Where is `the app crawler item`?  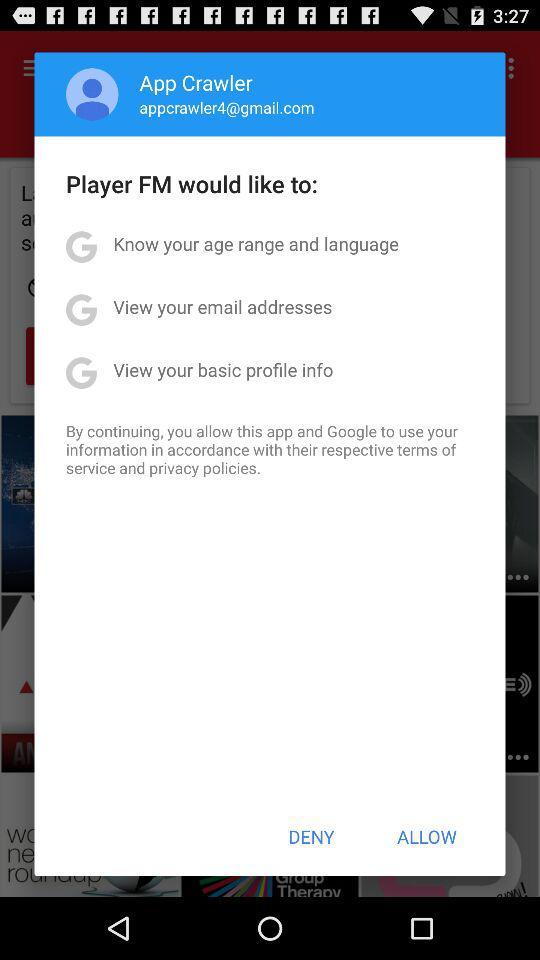
the app crawler item is located at coordinates (196, 82).